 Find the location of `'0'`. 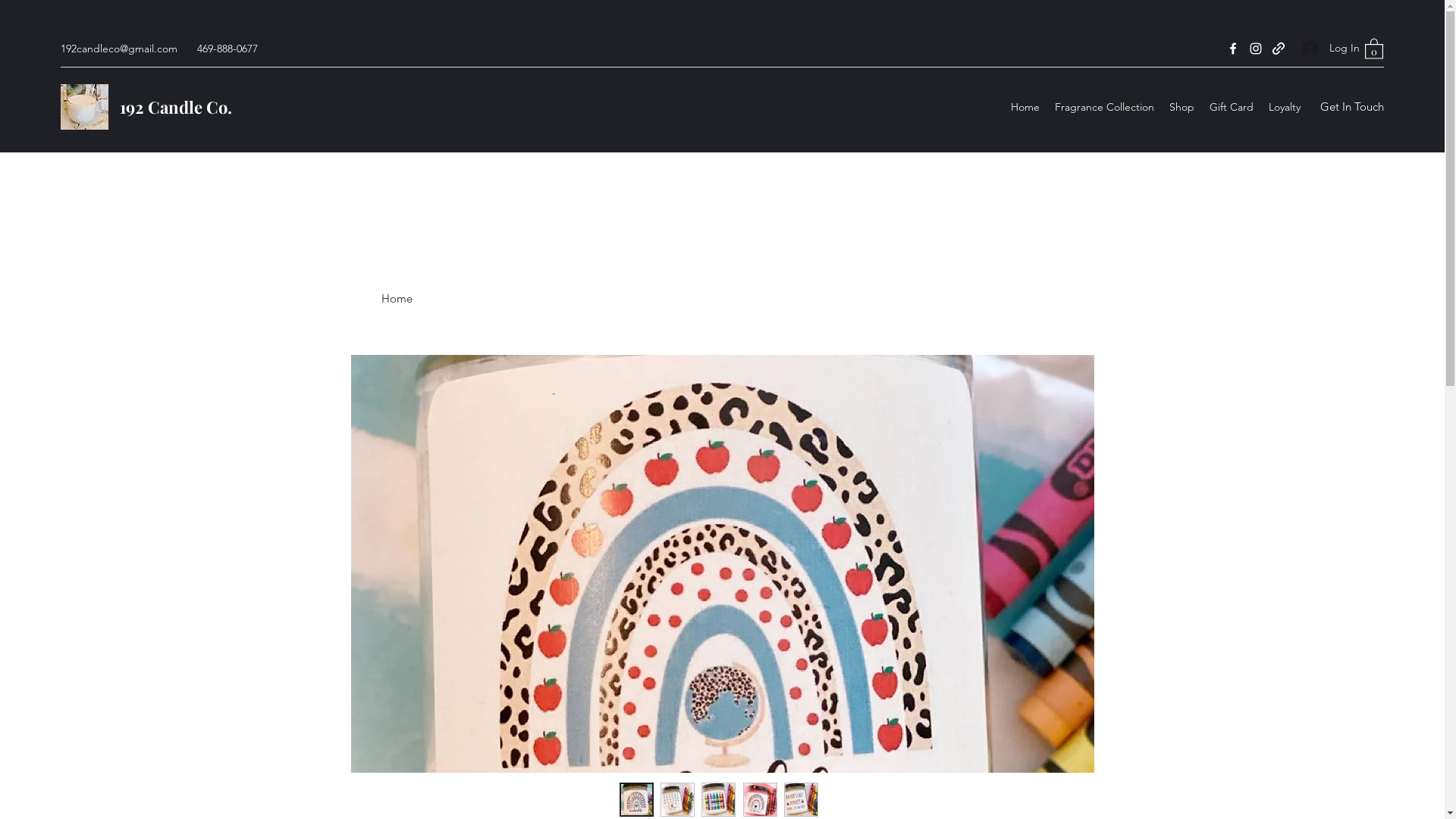

'0' is located at coordinates (1373, 47).